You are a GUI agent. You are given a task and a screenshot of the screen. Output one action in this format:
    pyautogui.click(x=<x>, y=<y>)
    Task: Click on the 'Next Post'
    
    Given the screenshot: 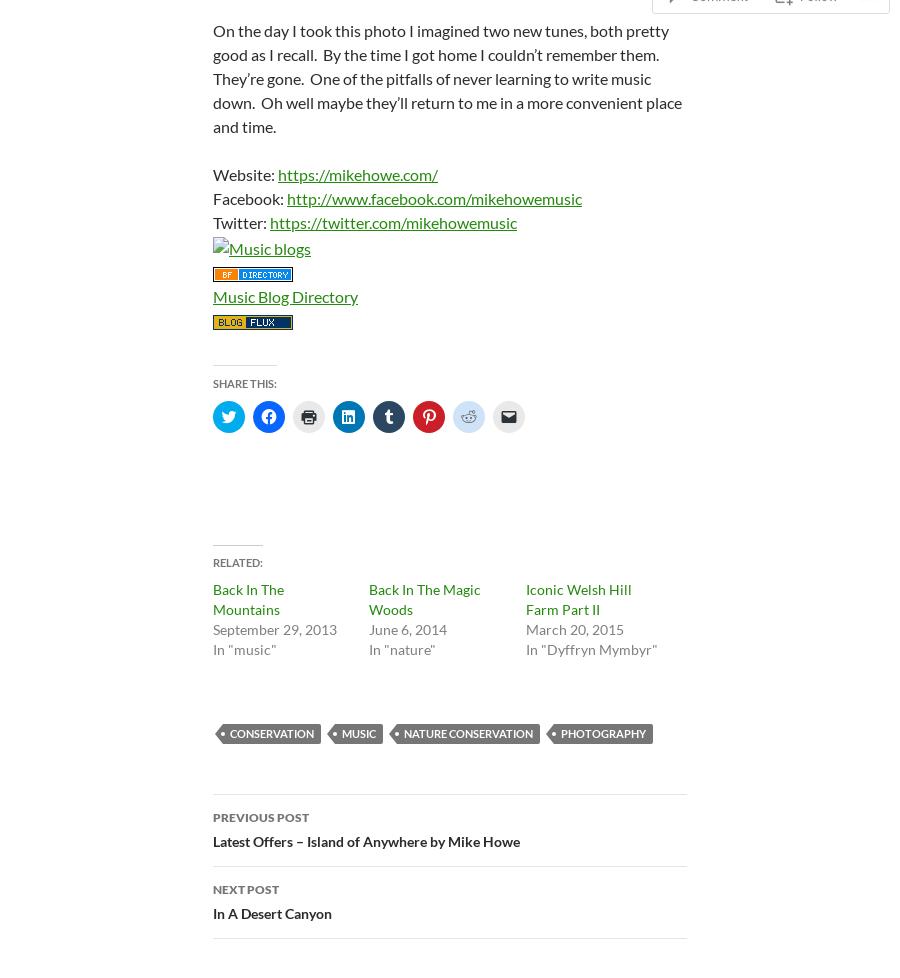 What is the action you would take?
    pyautogui.click(x=244, y=887)
    